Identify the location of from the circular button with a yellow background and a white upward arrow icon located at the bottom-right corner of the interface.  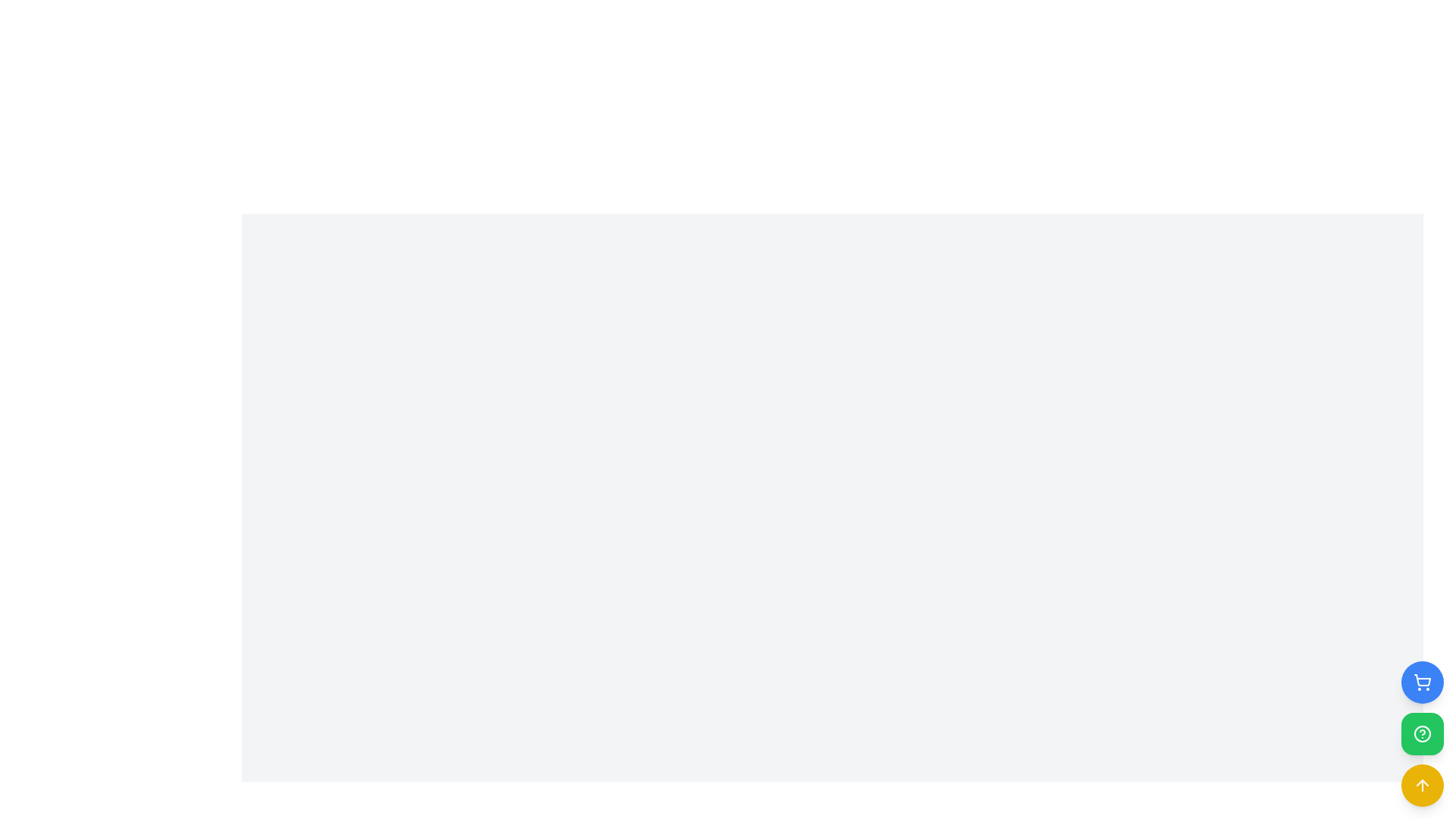
(1422, 785).